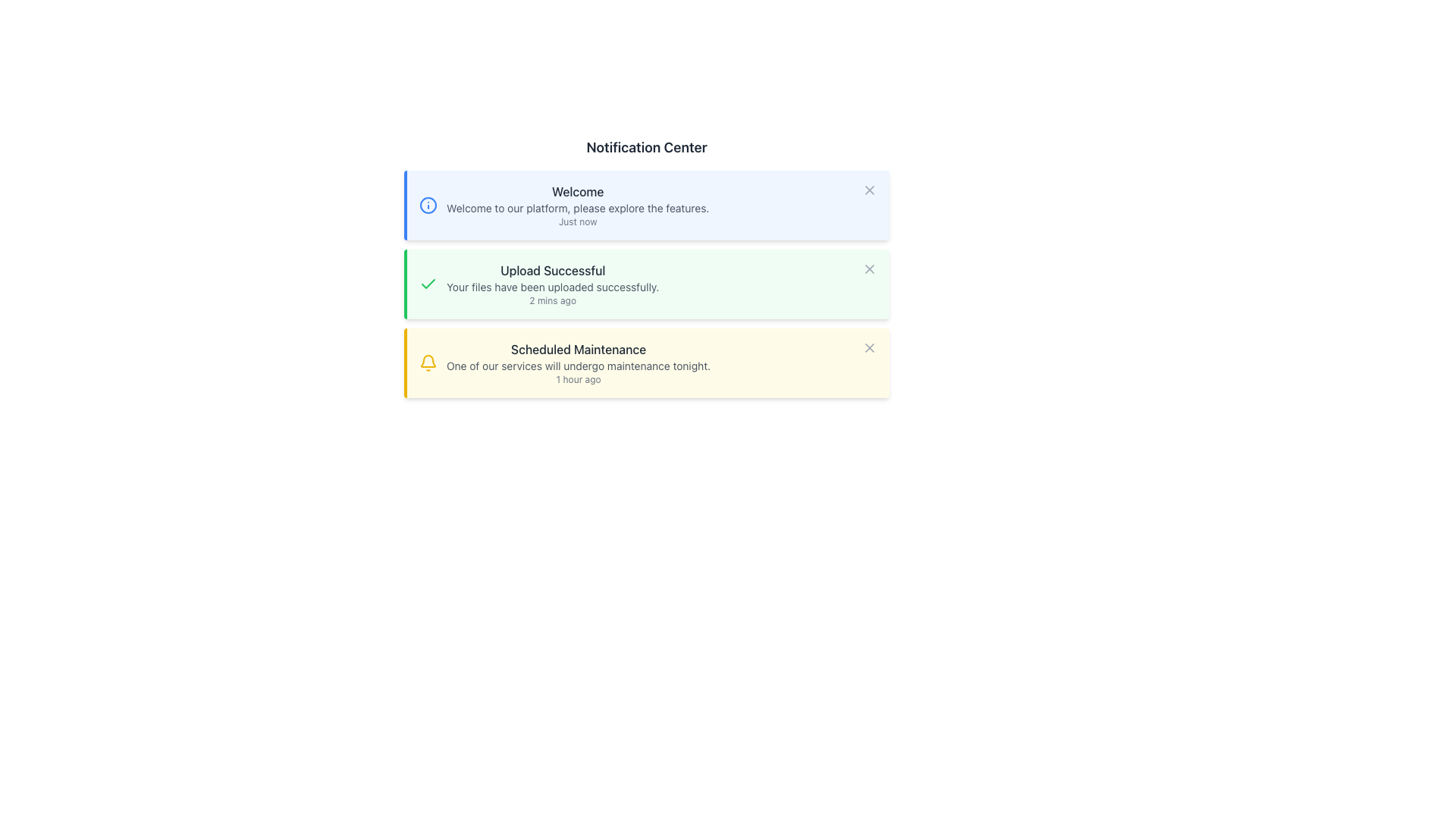 The width and height of the screenshot is (1456, 819). Describe the element at coordinates (428, 205) in the screenshot. I see `the circular icon with a blue border and a white center located in the top notification card of the 'Notification Center', positioned to the left of the card title 'Welcome'` at that location.